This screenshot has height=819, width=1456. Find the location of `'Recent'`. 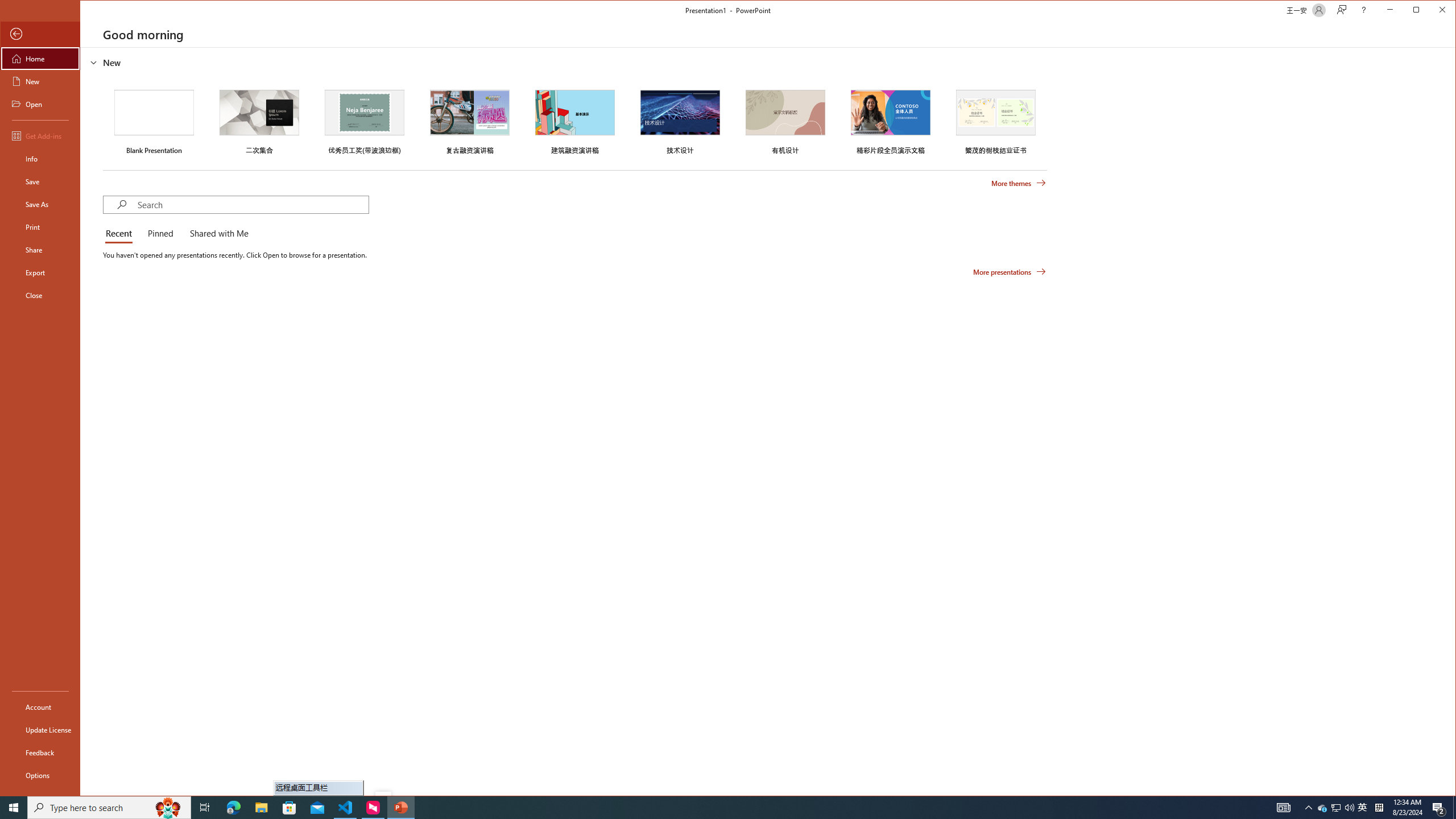

'Recent' is located at coordinates (121, 233).